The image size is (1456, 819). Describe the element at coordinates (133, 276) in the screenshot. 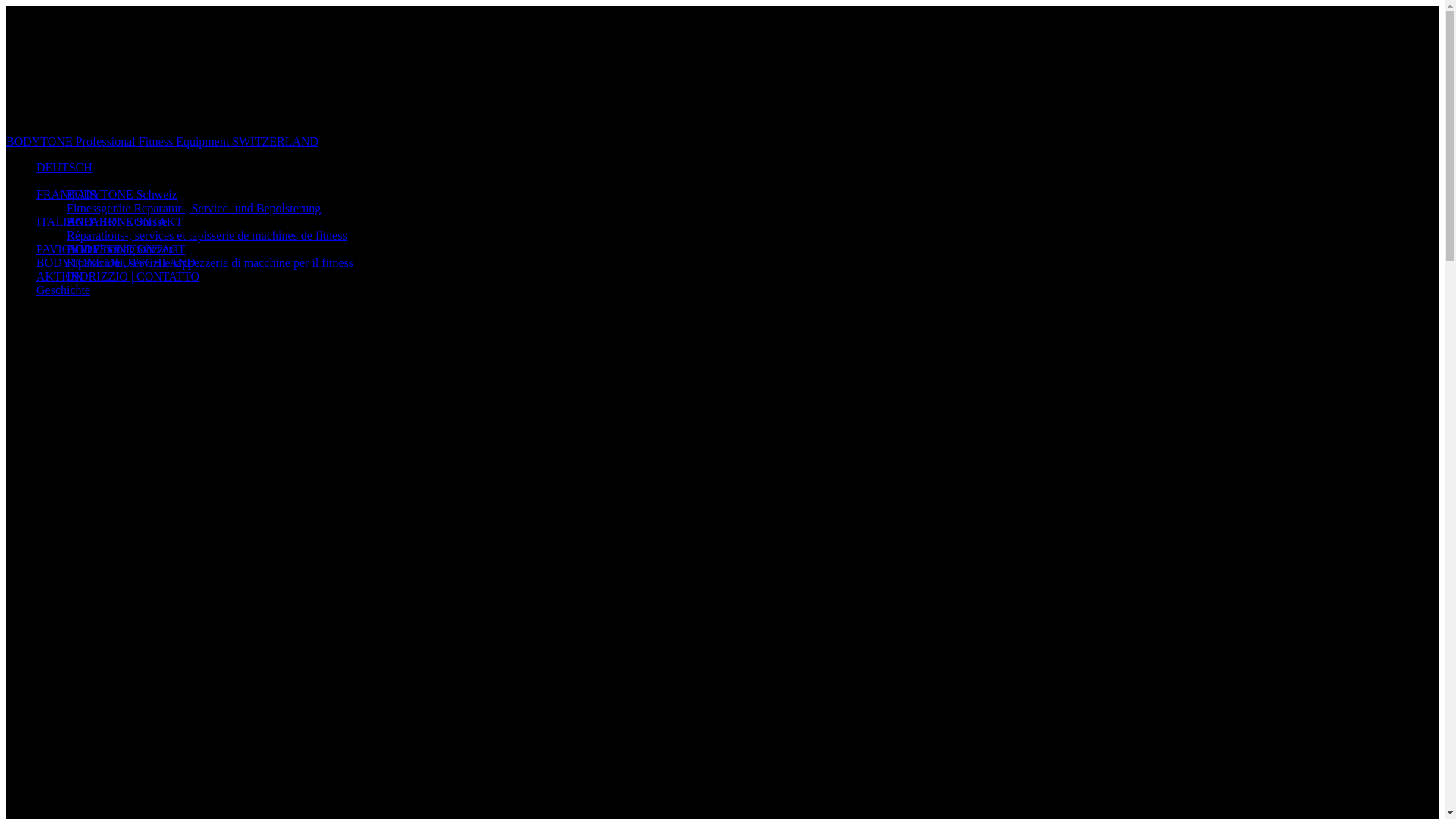

I see `'INDRIZZIO | CONTATTO'` at that location.